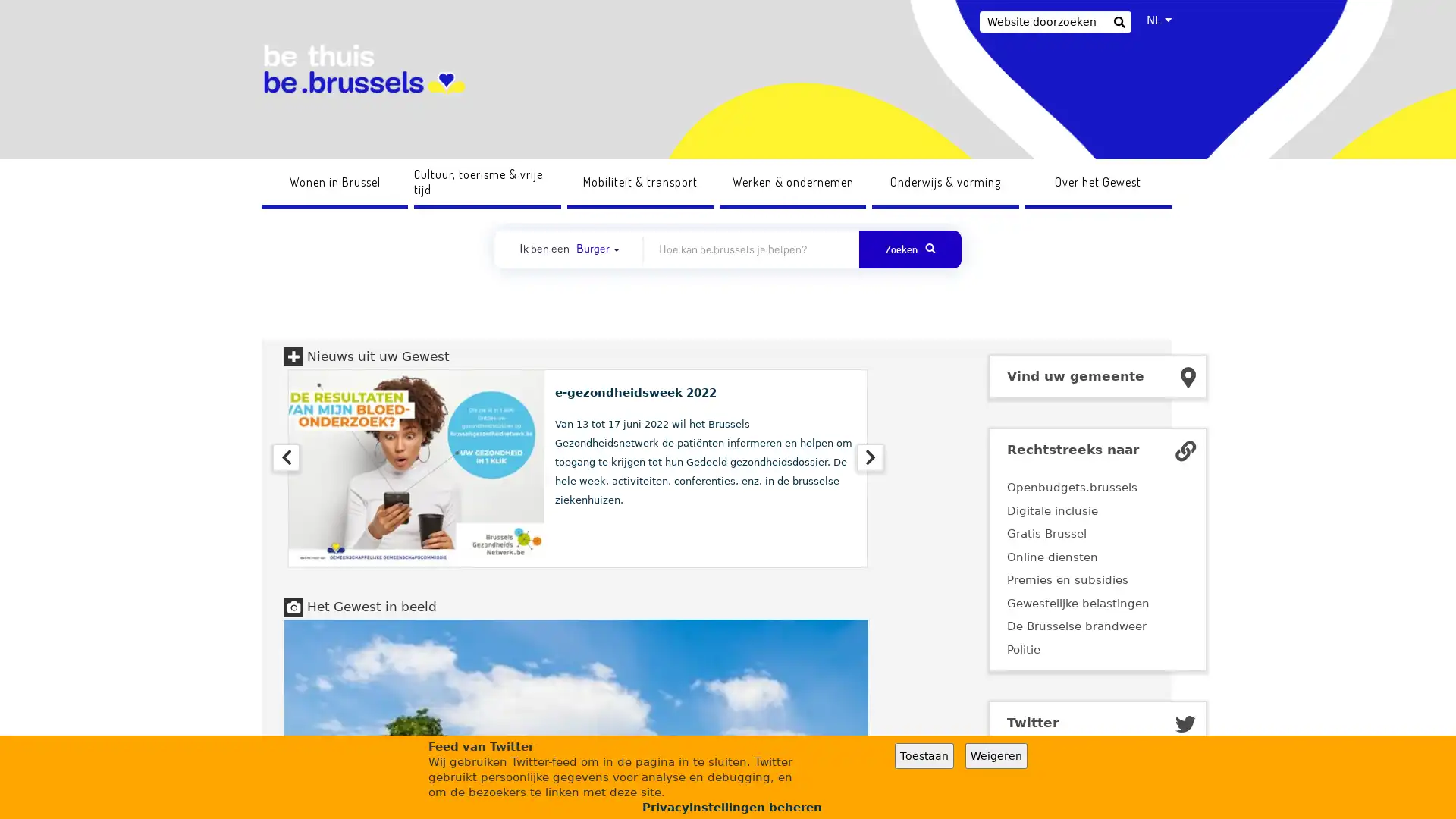 The height and width of the screenshot is (819, 1456). I want to click on Doorzoeken, so click(1119, 24).